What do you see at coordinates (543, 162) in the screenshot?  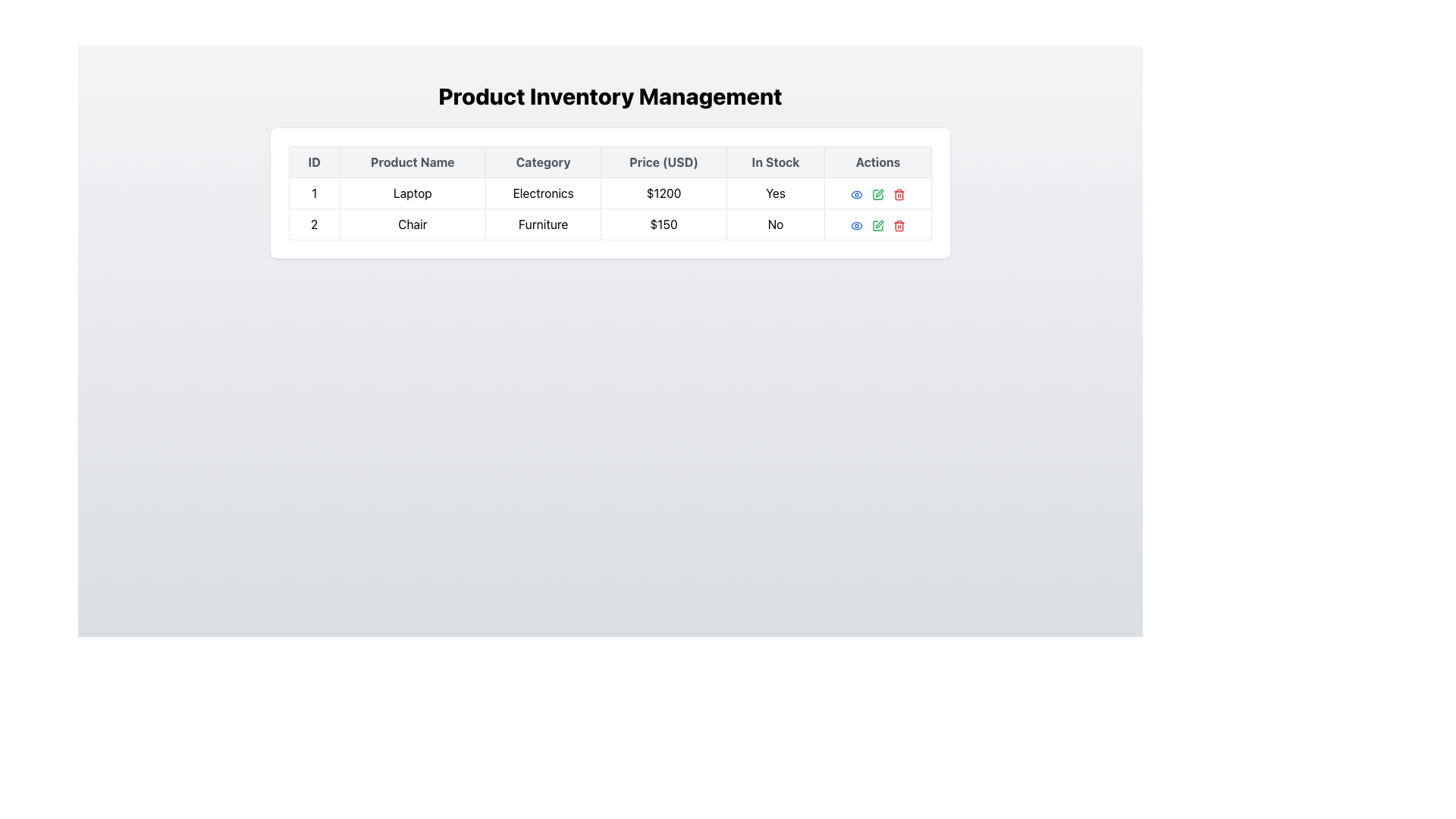 I see `the header label with the text 'Category', which is the third entry in the table header row, situated between 'Product Name' and 'Price (USD)'` at bounding box center [543, 162].